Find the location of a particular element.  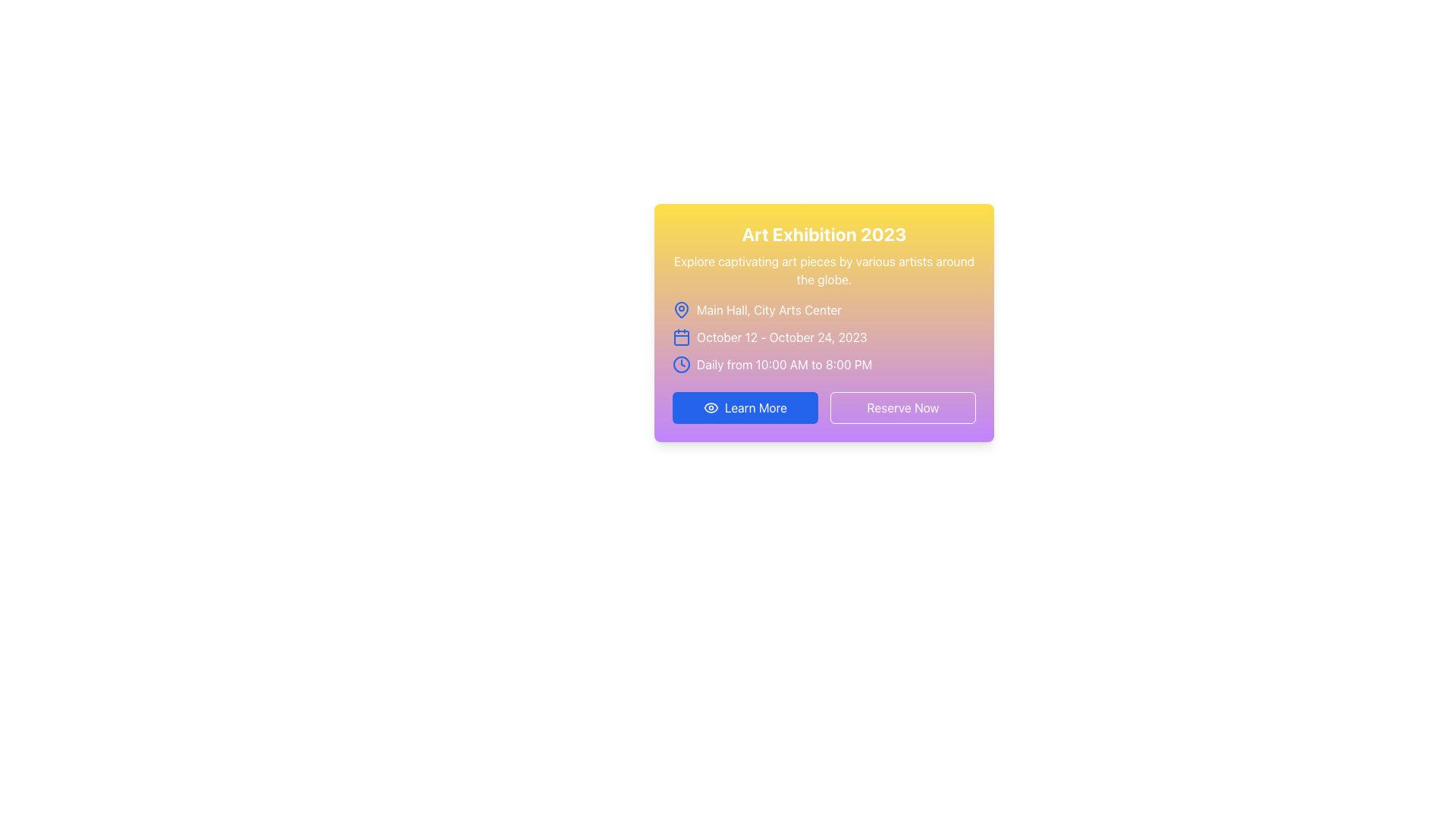

the text element that displays 'Main Hall, City Arts Center' with a blue map pin icon, positioned below the title in the card component is located at coordinates (823, 309).